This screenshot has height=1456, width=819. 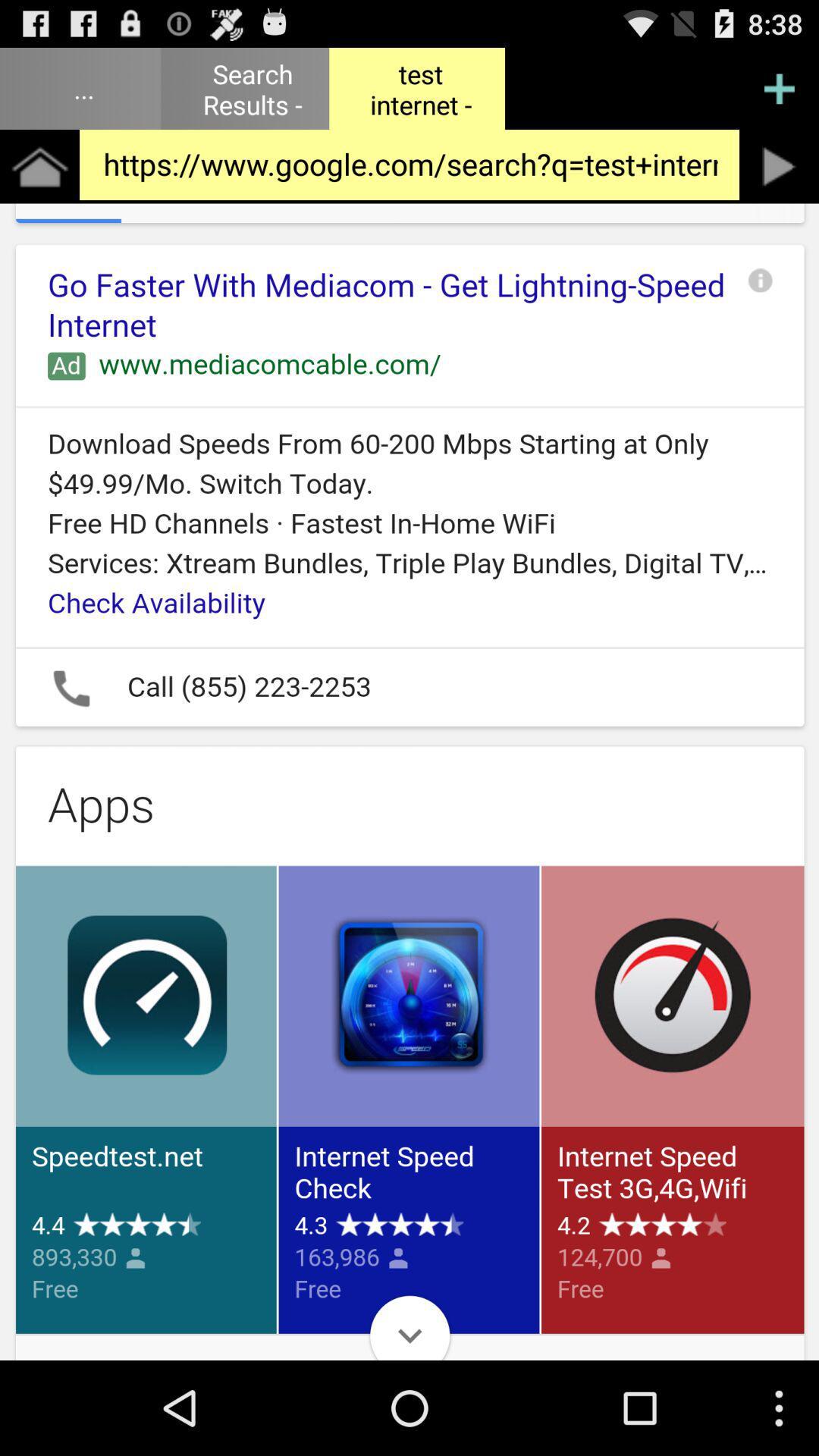 What do you see at coordinates (39, 166) in the screenshot?
I see `go home` at bounding box center [39, 166].